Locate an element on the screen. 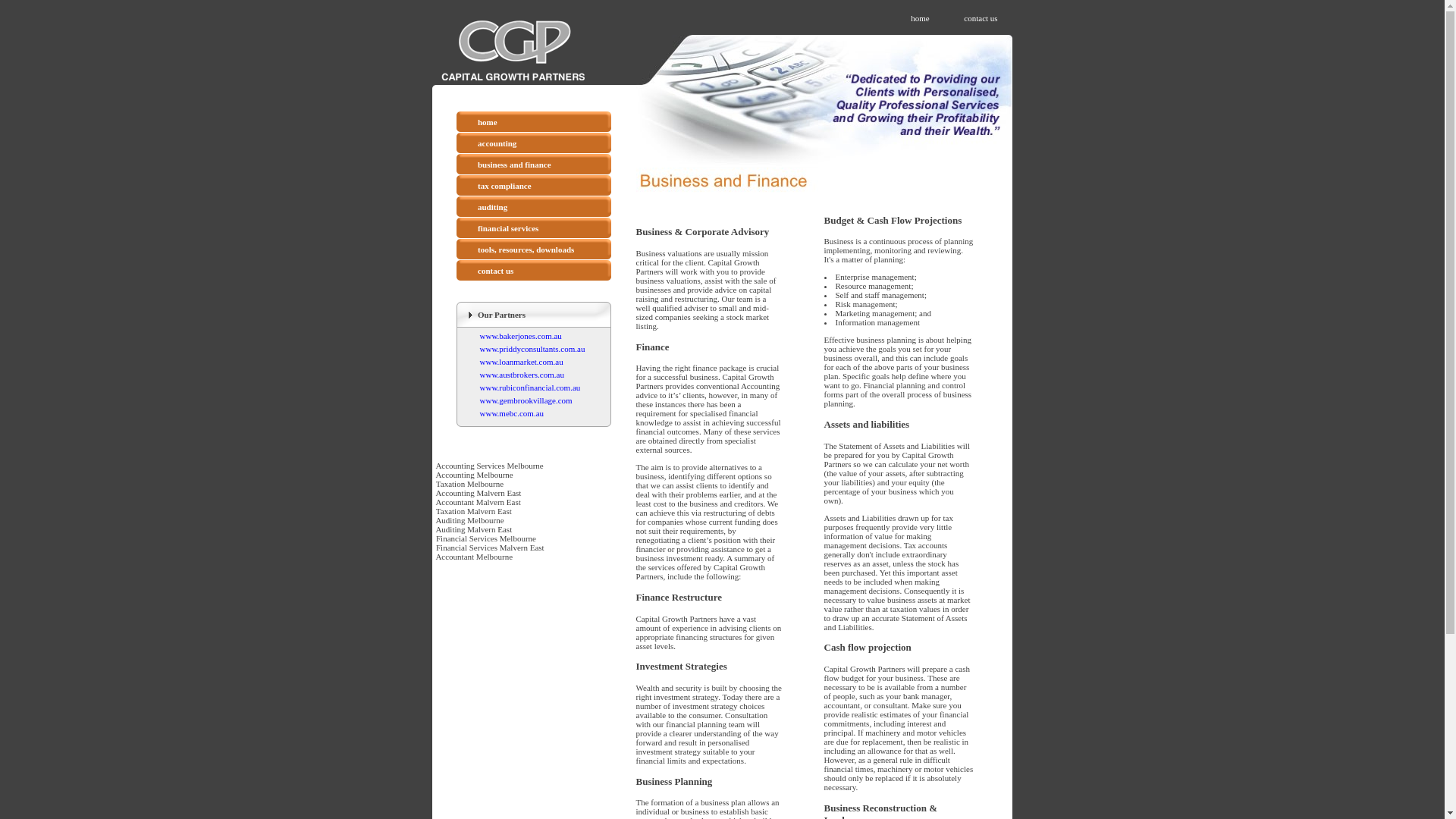 This screenshot has width=1456, height=819. 'auditing' is located at coordinates (492, 207).